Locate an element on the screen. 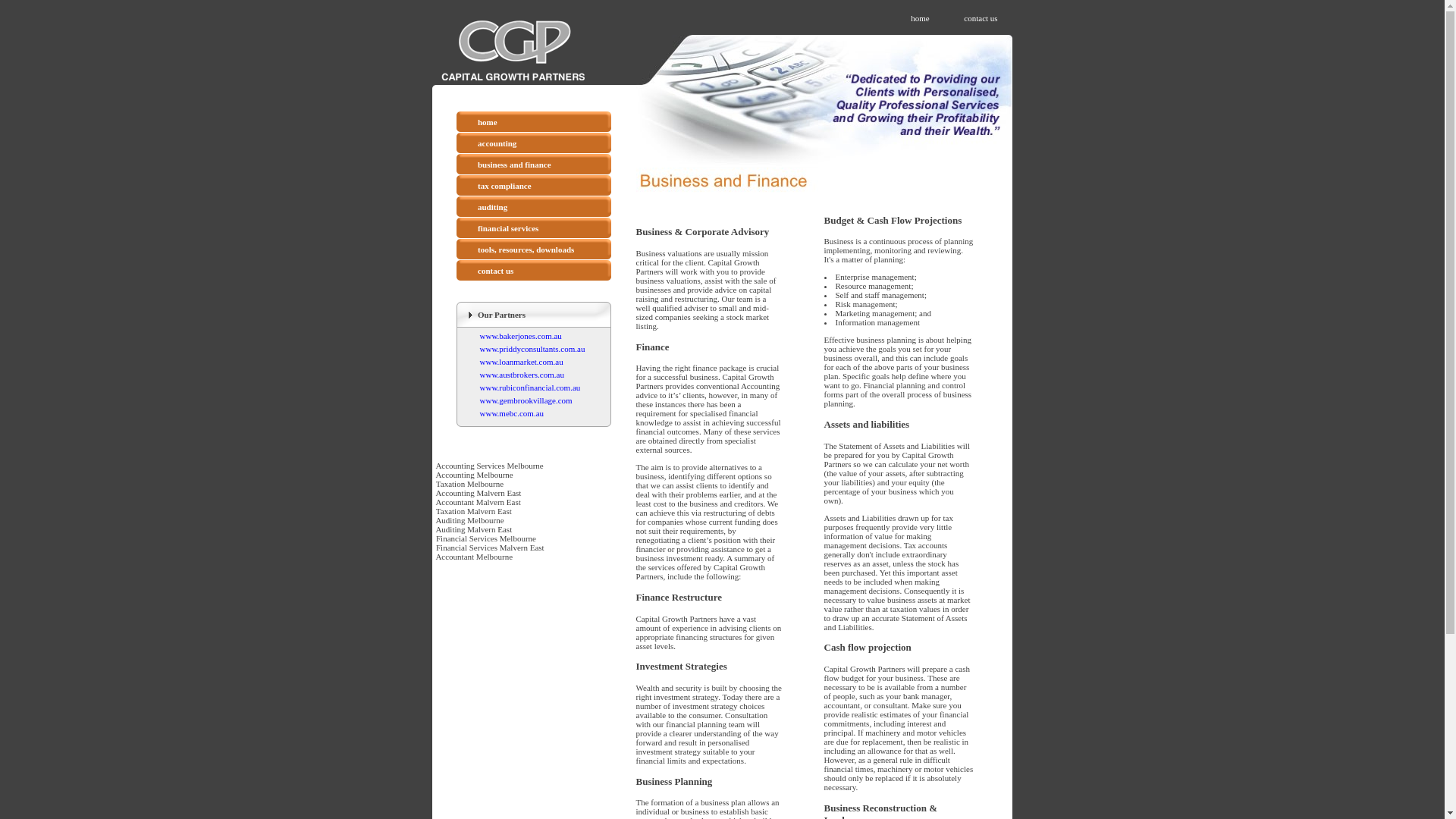 This screenshot has width=1456, height=819. 'auditing' is located at coordinates (492, 207).